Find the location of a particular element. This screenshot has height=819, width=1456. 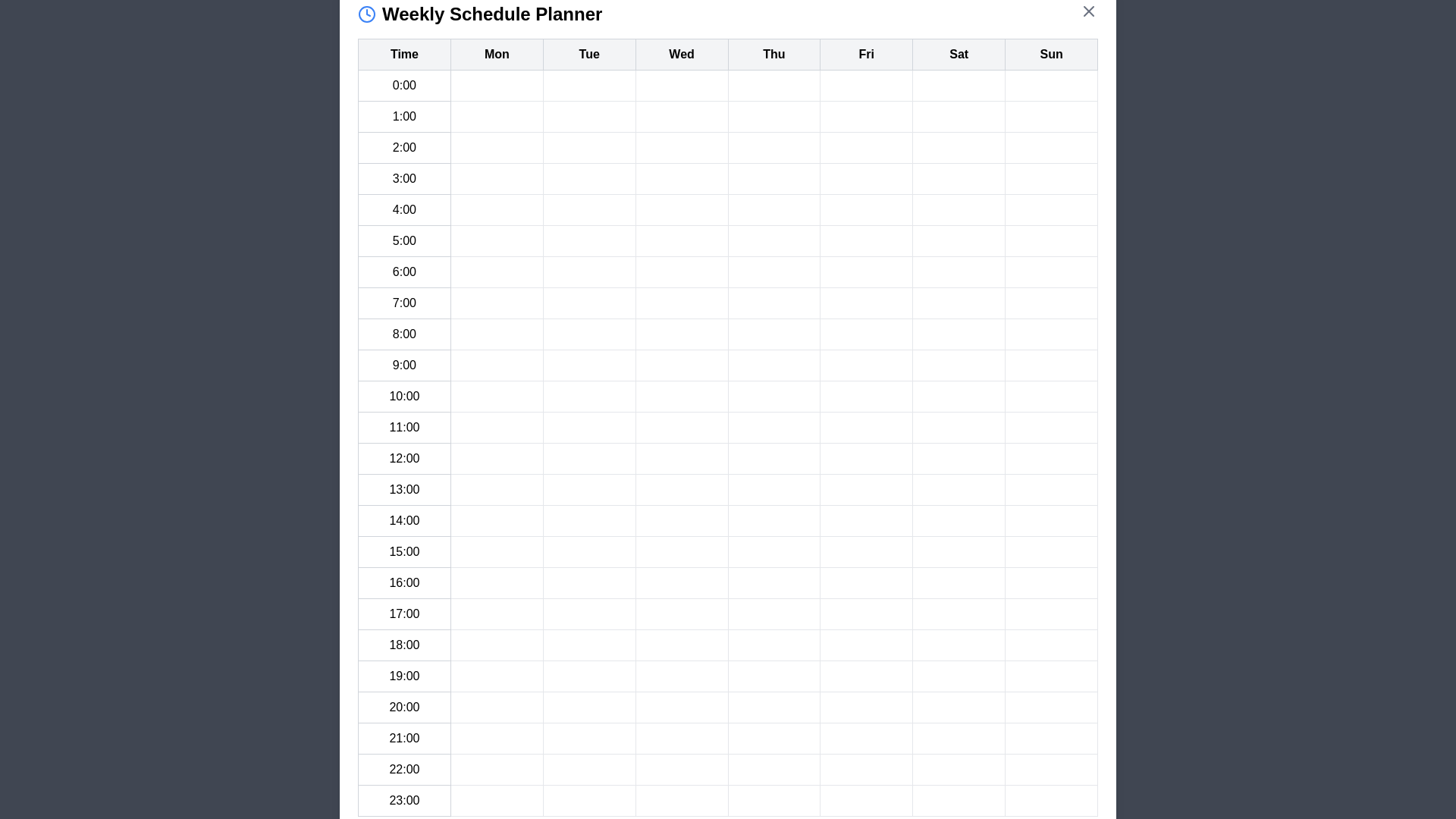

the table header to acknowledge the labels is located at coordinates (728, 54).